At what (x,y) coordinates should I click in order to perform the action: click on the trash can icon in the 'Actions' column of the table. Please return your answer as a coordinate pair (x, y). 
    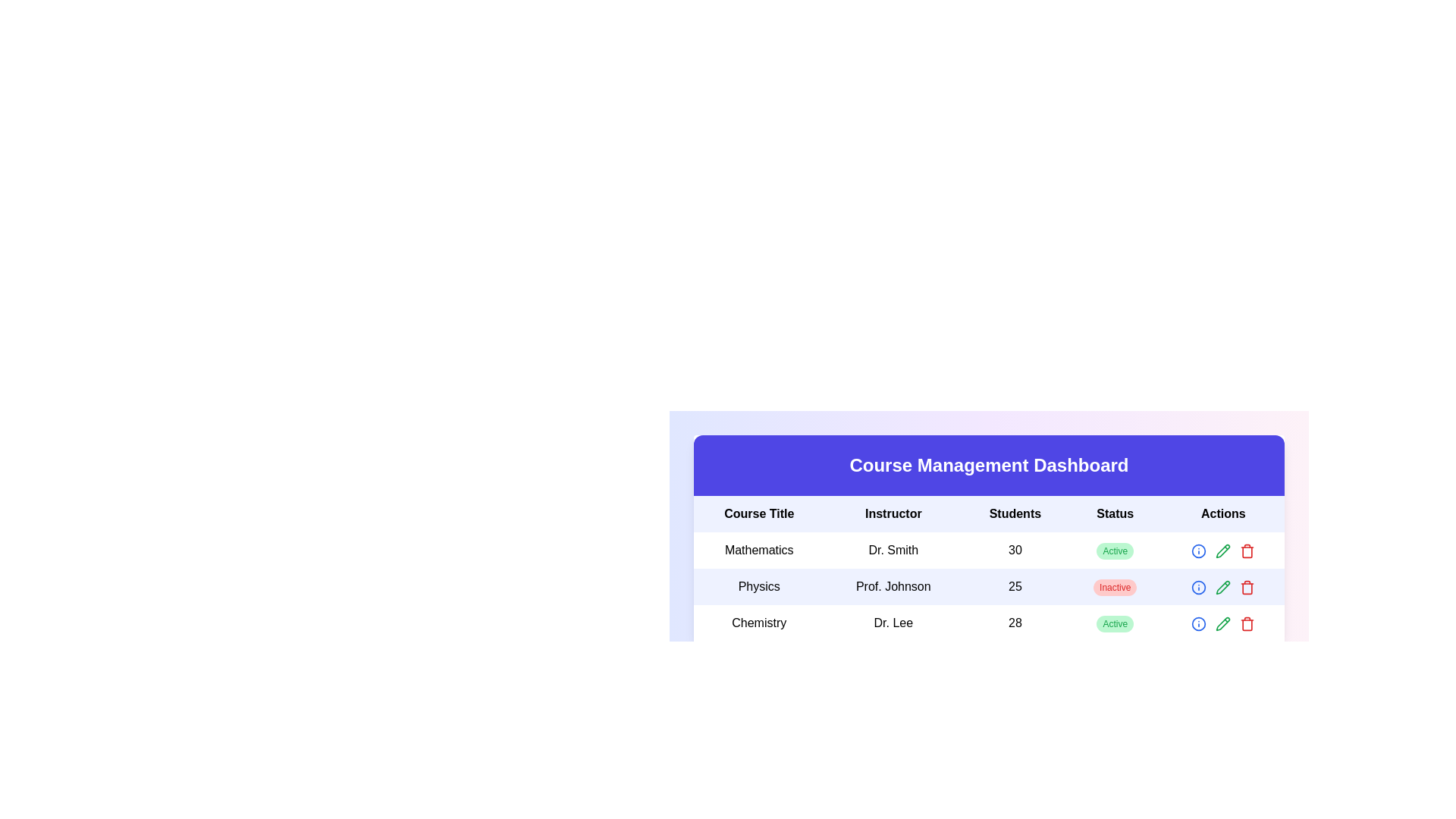
    Looking at the image, I should click on (1247, 623).